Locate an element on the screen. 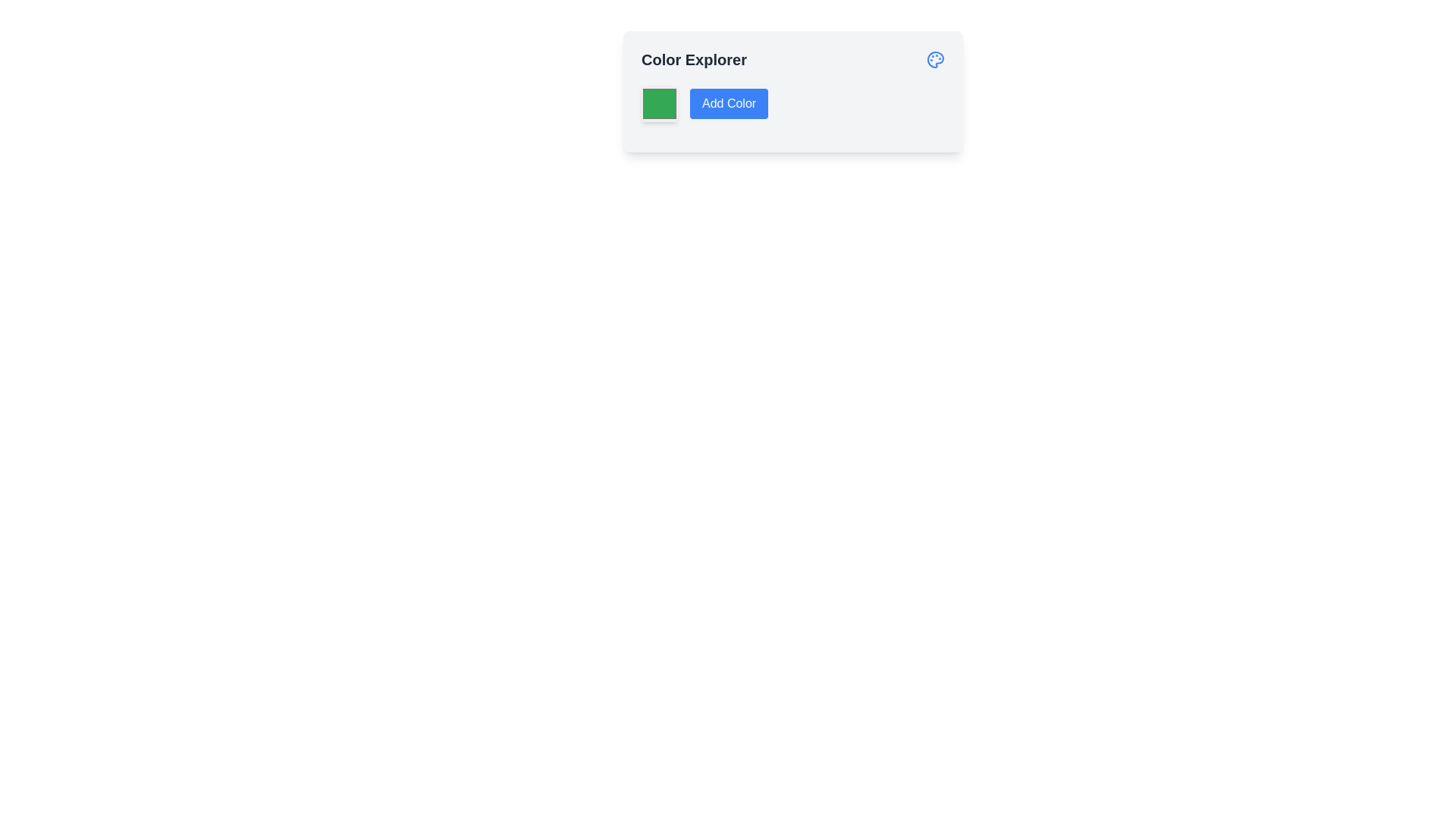  the artist's palette icon located in the top-right corner of the 'Color Explorer' header is located at coordinates (934, 58).